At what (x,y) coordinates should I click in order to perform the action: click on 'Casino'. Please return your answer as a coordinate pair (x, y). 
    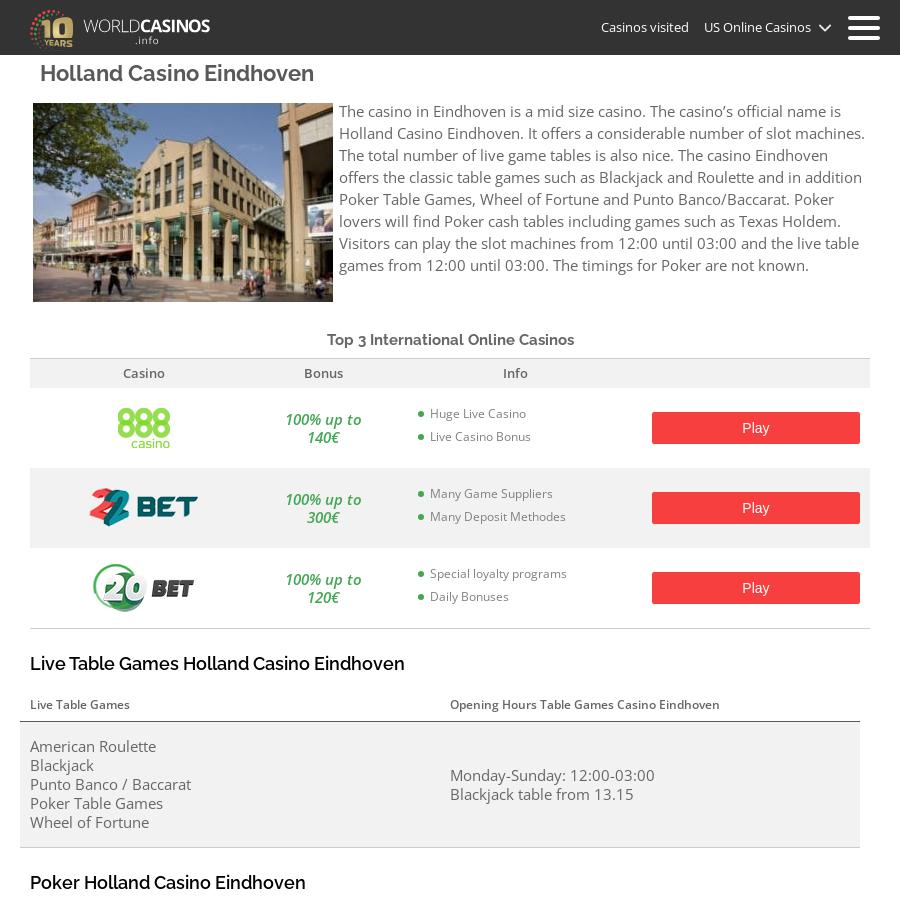
    Looking at the image, I should click on (144, 372).